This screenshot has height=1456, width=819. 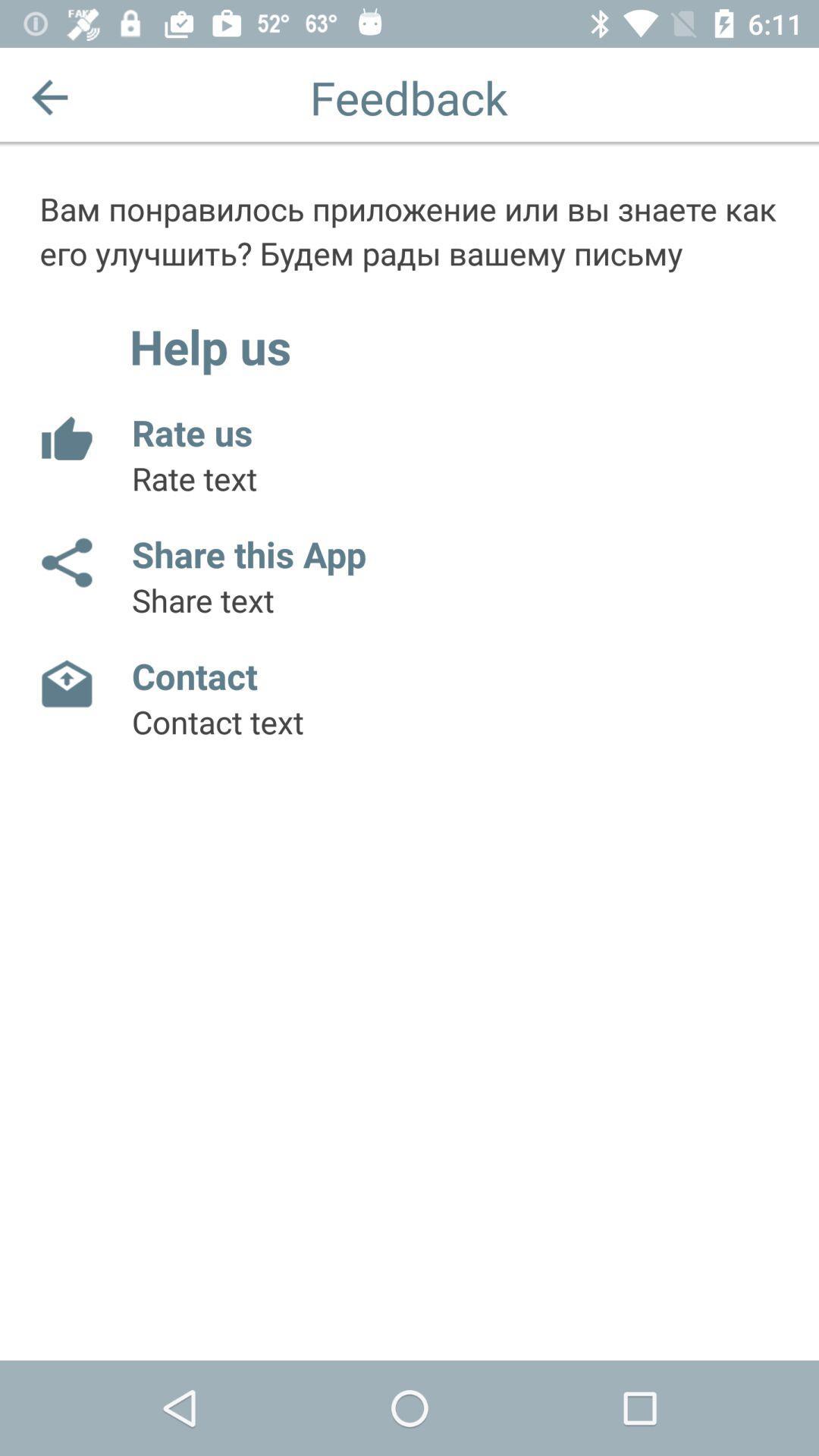 What do you see at coordinates (65, 439) in the screenshot?
I see `rate the text` at bounding box center [65, 439].